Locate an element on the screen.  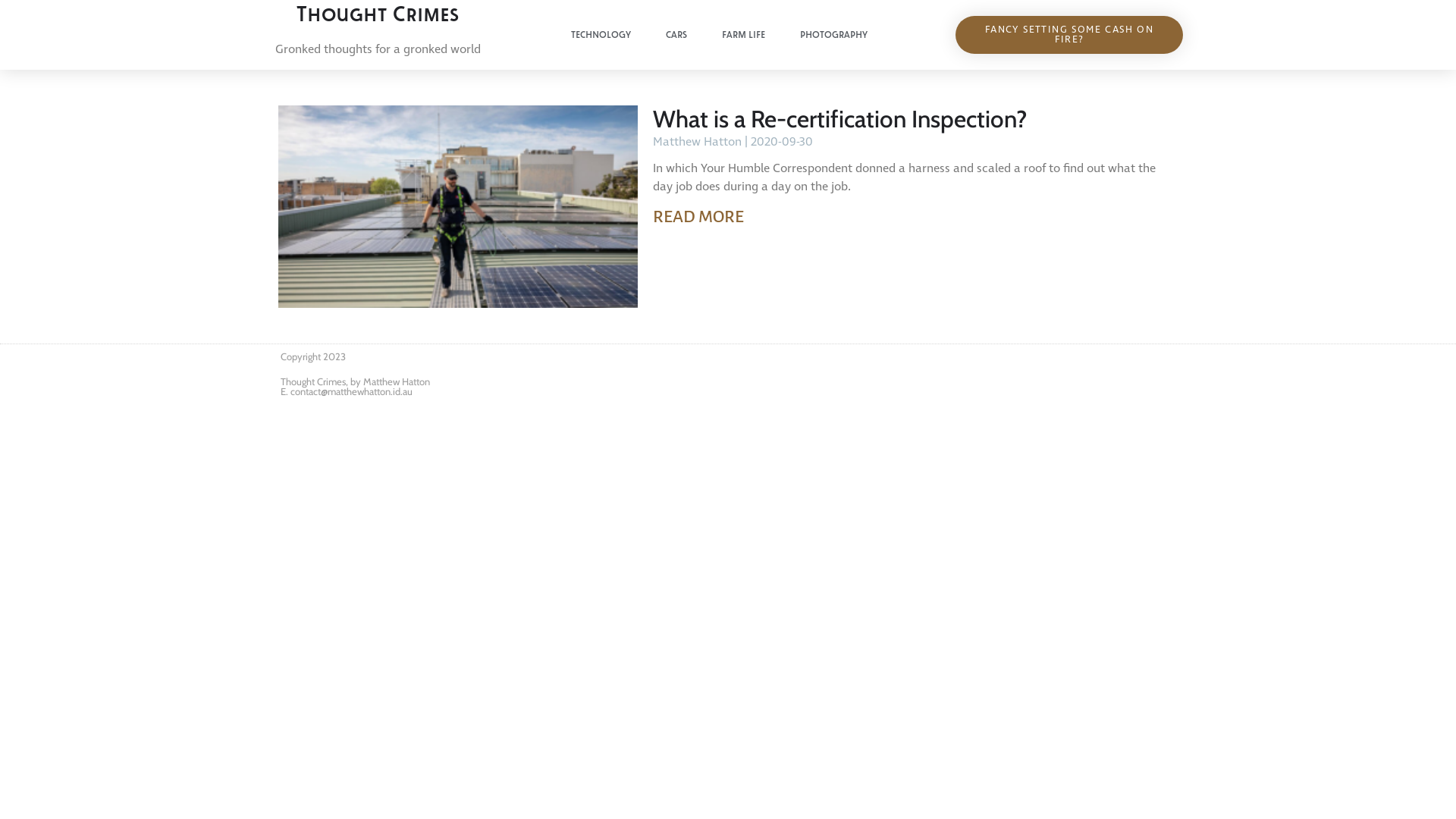
'READ MORE' is located at coordinates (698, 216).